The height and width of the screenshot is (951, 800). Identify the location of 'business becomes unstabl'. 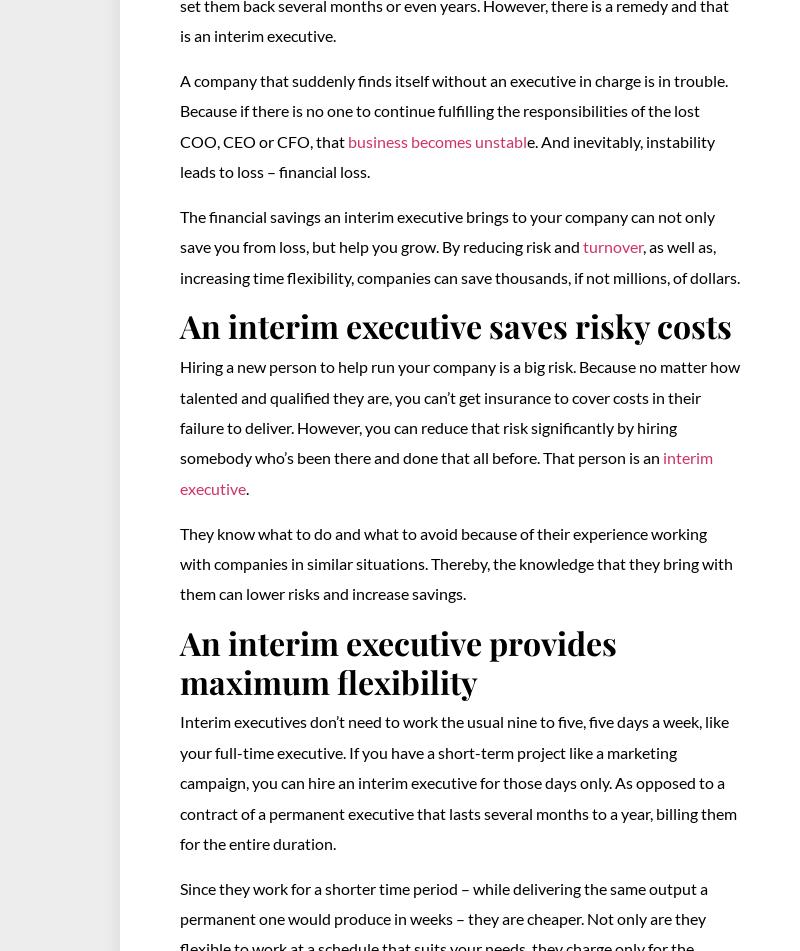
(436, 140).